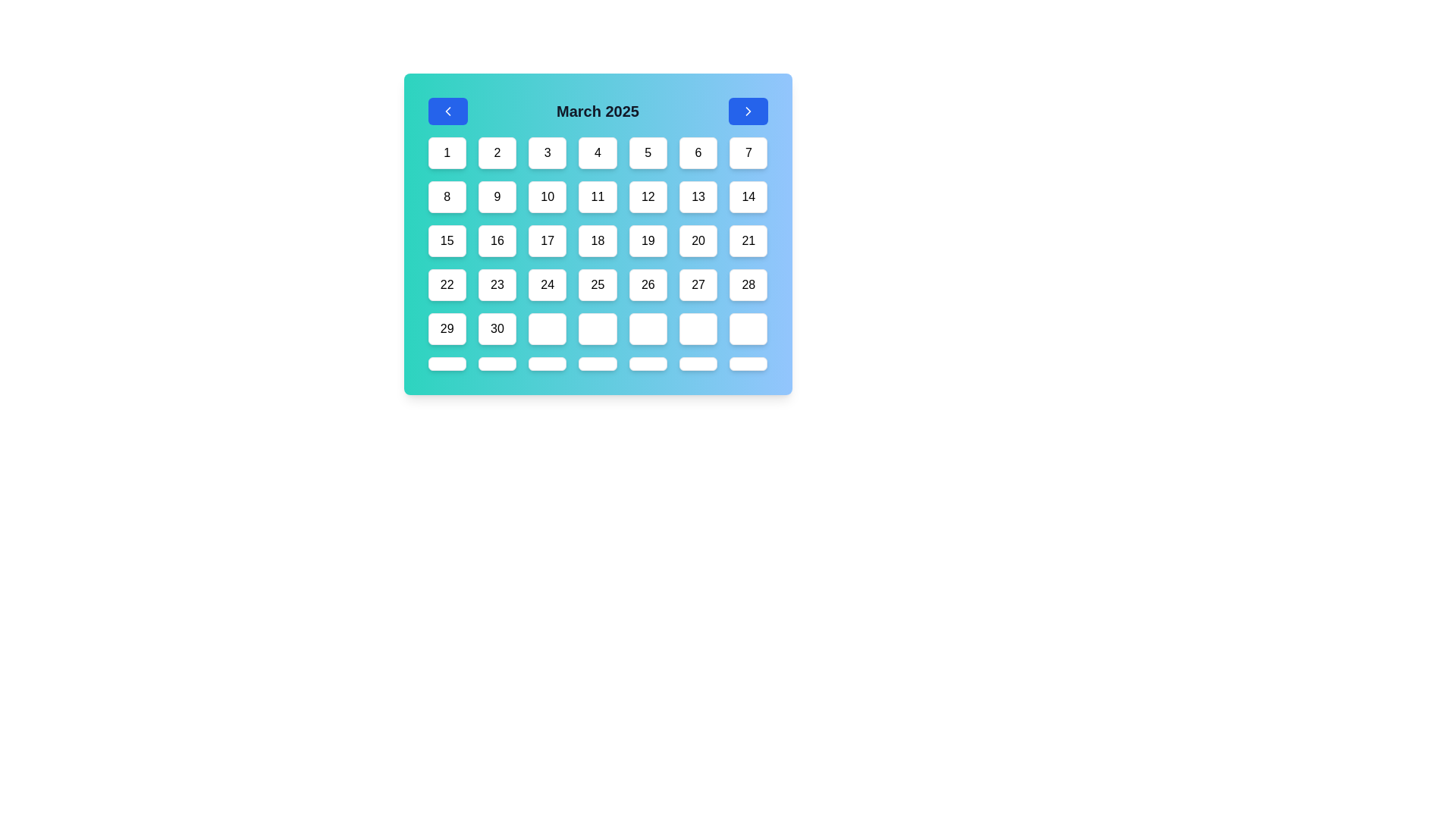 Image resolution: width=1456 pixels, height=819 pixels. What do you see at coordinates (698, 240) in the screenshot?
I see `to select the 20th day of March 2025 in the calendar interface` at bounding box center [698, 240].